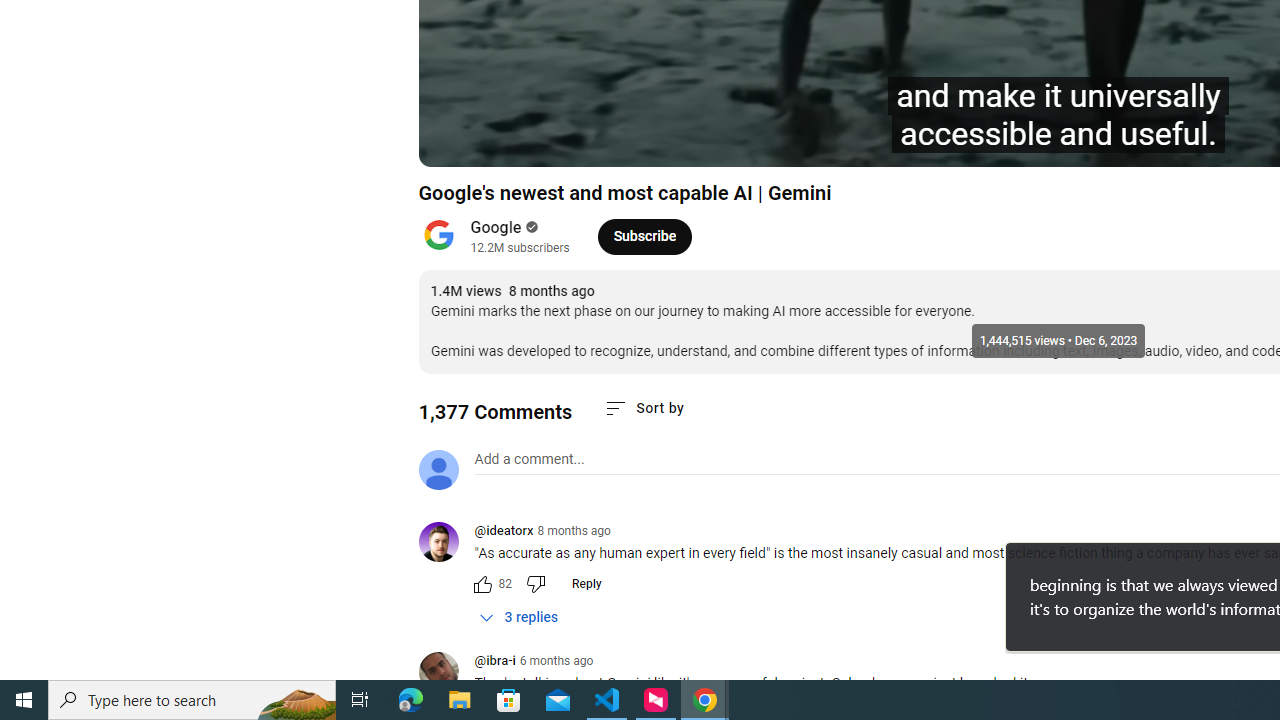  What do you see at coordinates (445, 673) in the screenshot?
I see `'@ibra-i'` at bounding box center [445, 673].